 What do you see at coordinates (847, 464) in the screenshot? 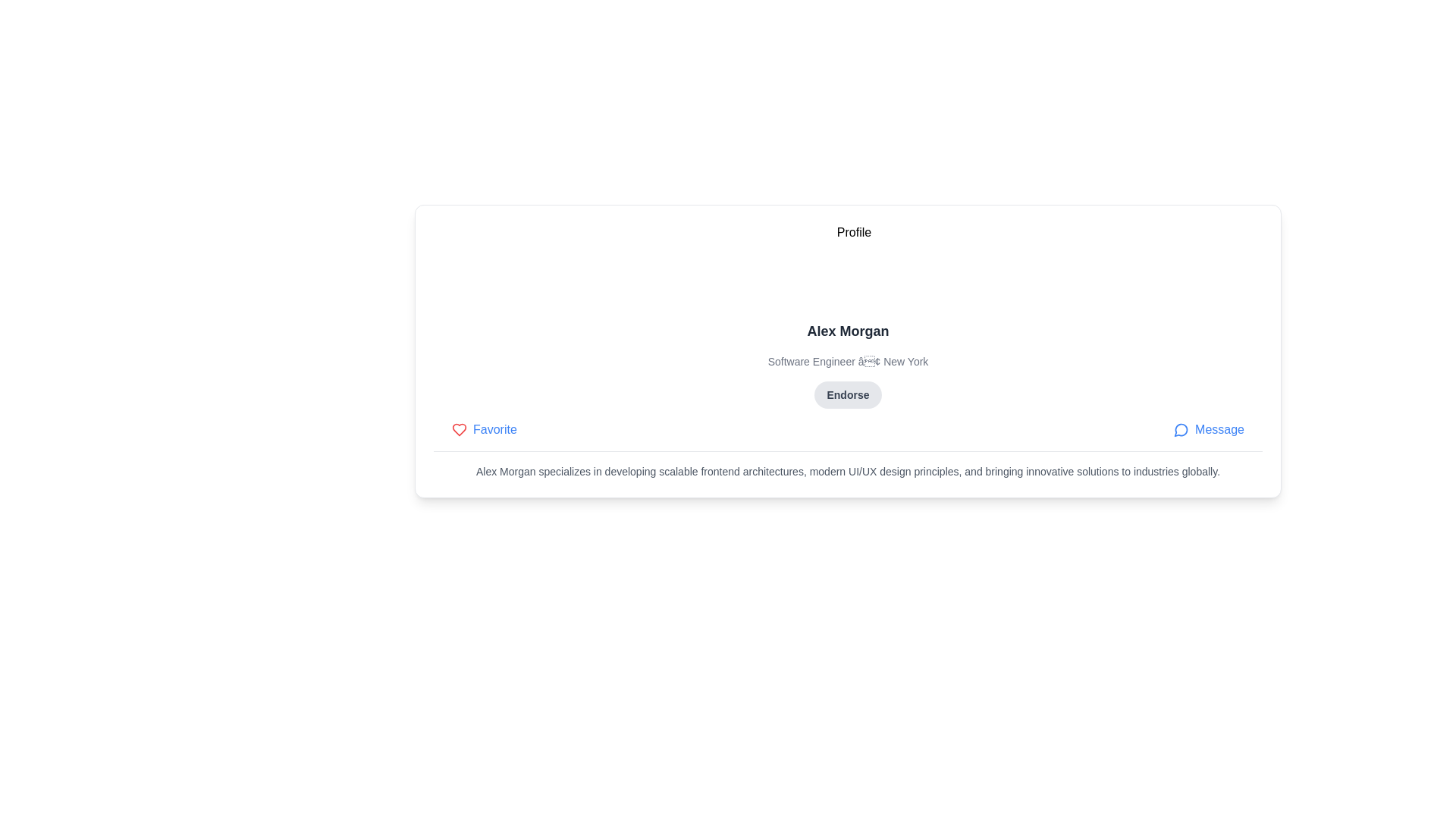
I see `the text block element that contains the description about Alex Morgan, which includes details about her specialization in frontend architectures and UI/UX design principles` at bounding box center [847, 464].